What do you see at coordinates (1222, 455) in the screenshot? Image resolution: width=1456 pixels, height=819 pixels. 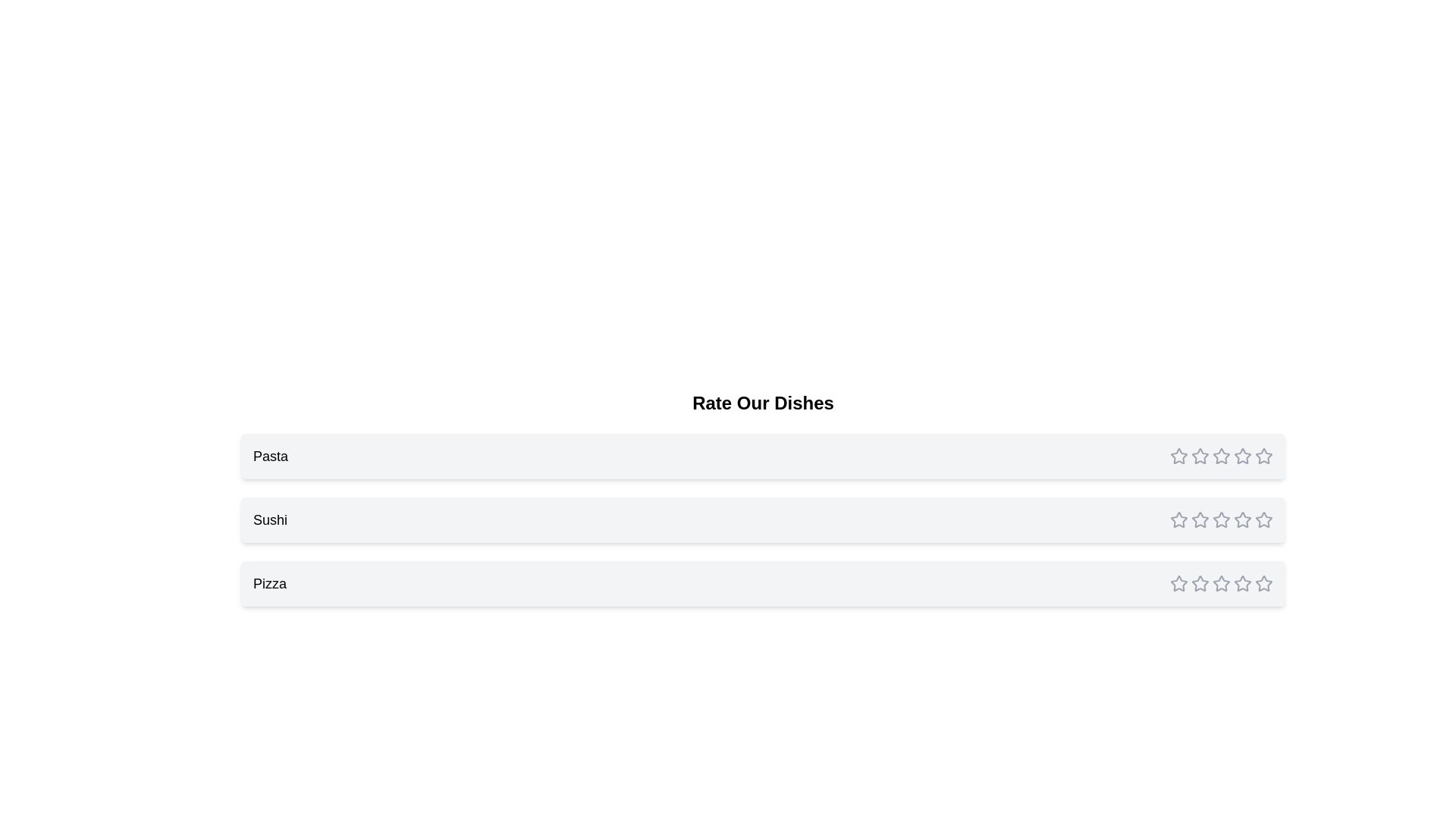 I see `the third interactive star icon with a gray outline` at bounding box center [1222, 455].